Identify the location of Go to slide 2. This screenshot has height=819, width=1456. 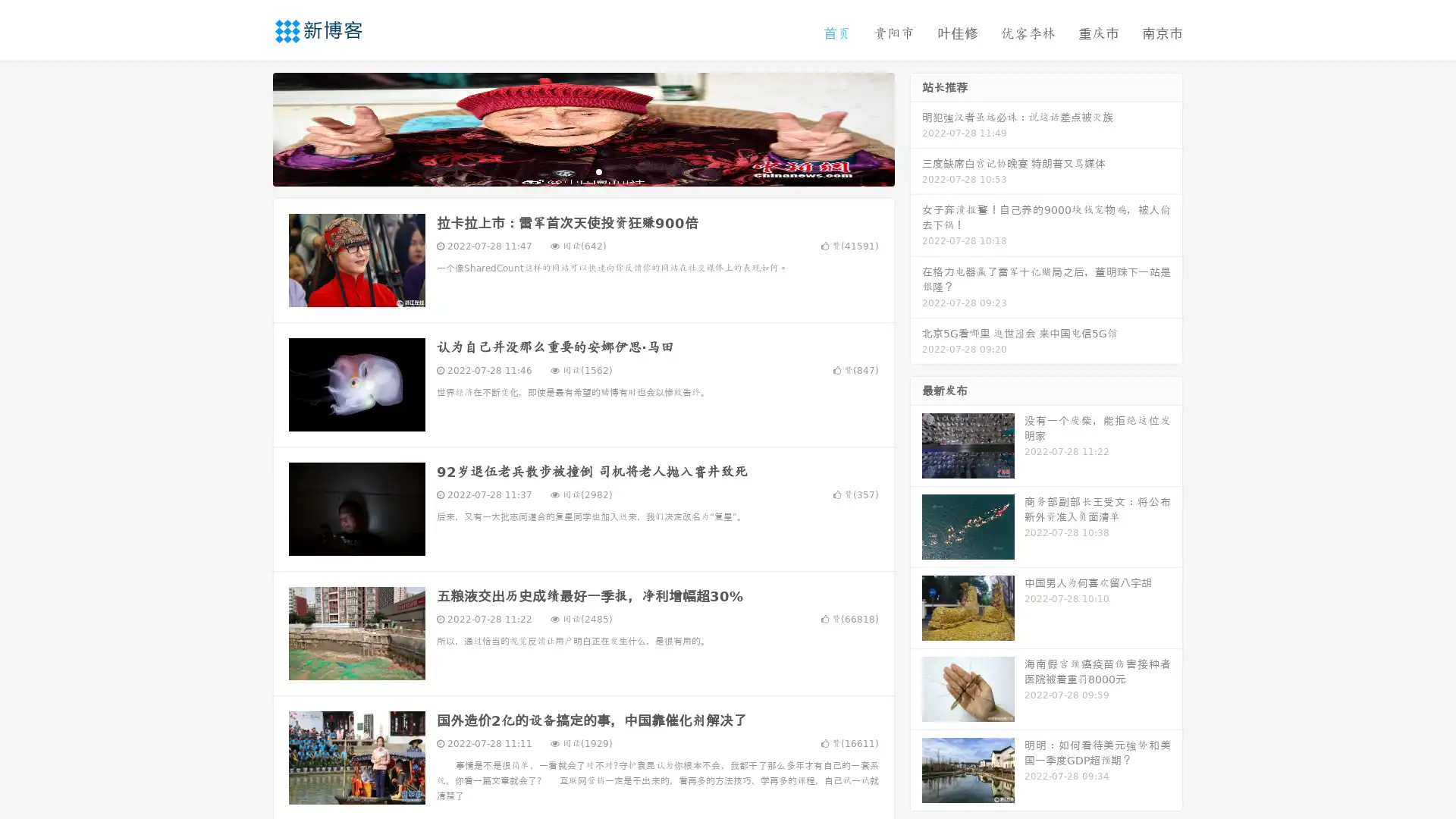
(582, 171).